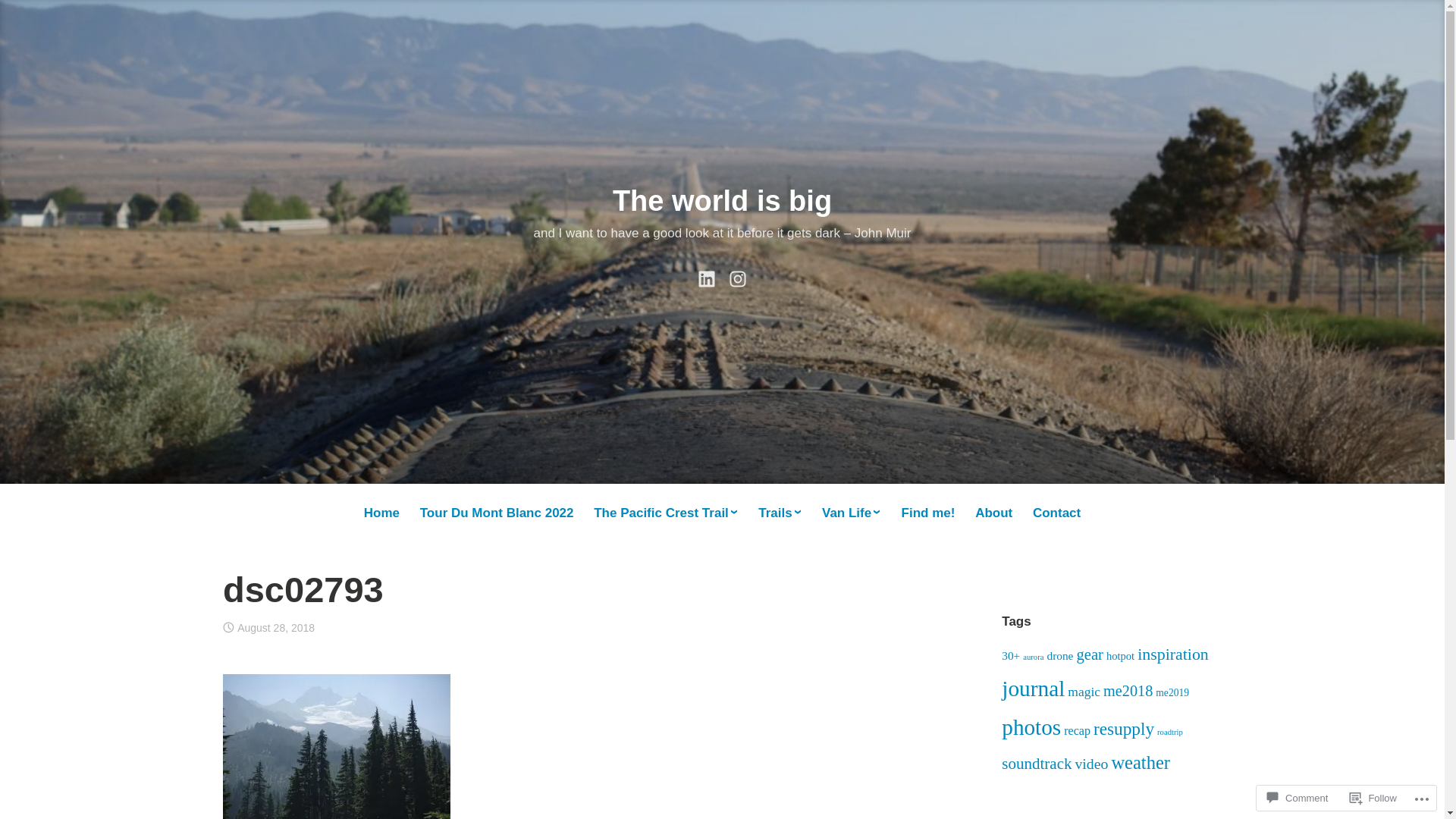 This screenshot has width=1456, height=819. Describe the element at coordinates (1296, 797) in the screenshot. I see `'Comment'` at that location.